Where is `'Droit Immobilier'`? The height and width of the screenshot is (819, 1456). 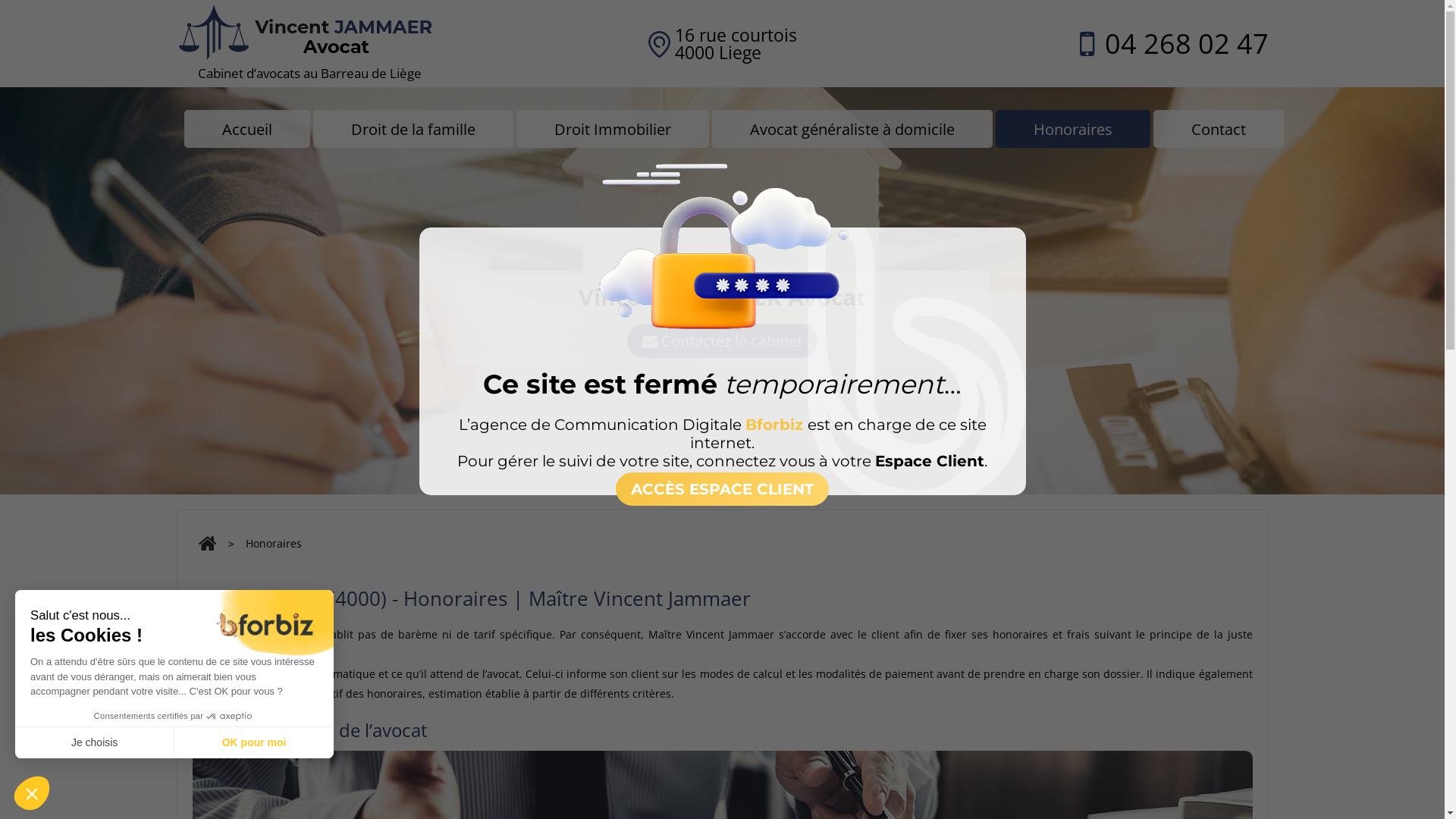 'Droit Immobilier' is located at coordinates (516, 127).